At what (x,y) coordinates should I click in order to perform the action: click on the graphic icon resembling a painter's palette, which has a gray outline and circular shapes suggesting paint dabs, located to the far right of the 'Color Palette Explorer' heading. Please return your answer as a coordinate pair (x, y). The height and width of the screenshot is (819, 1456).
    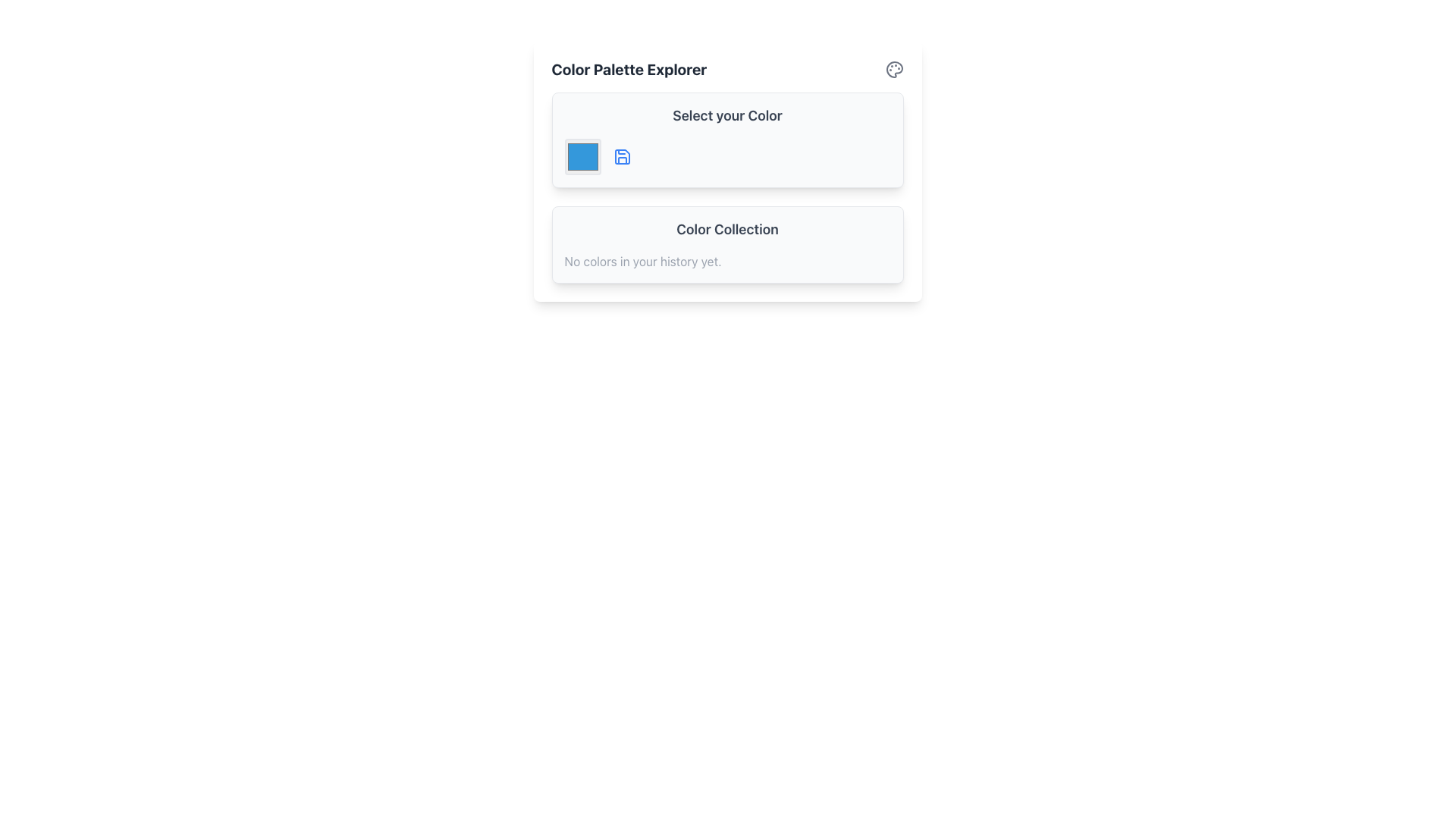
    Looking at the image, I should click on (894, 70).